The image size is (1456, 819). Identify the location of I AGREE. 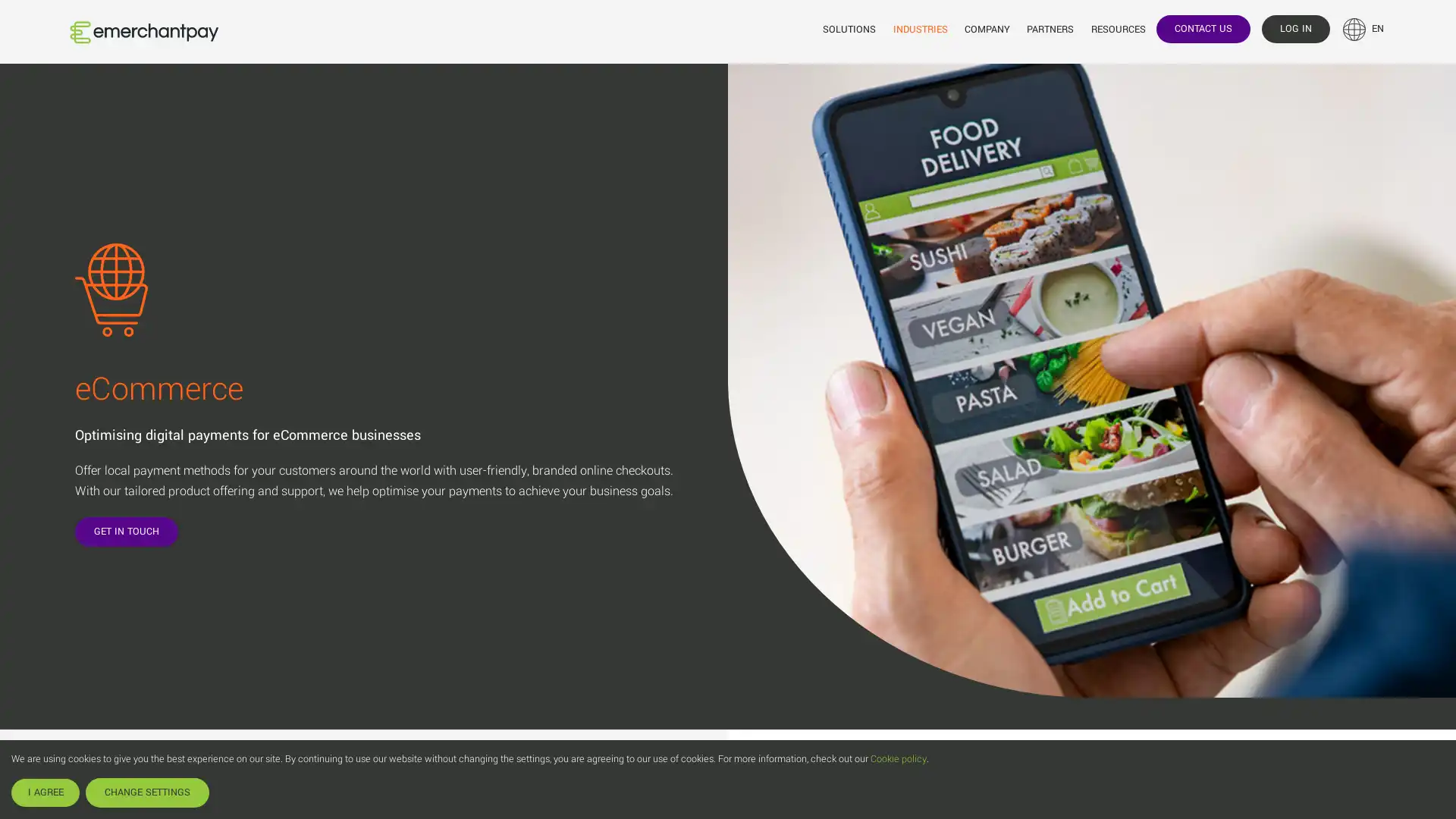
(45, 792).